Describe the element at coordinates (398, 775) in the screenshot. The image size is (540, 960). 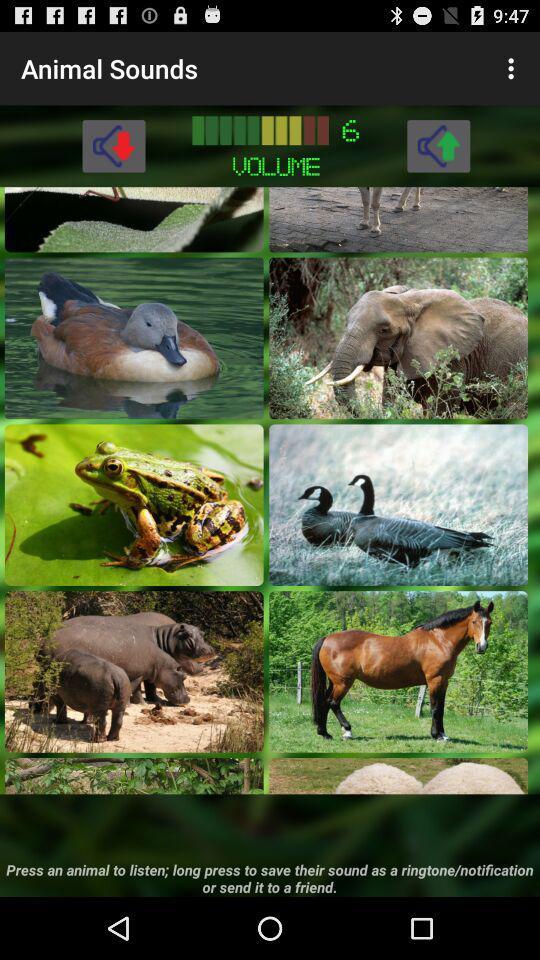
I see `app above press an animal` at that location.